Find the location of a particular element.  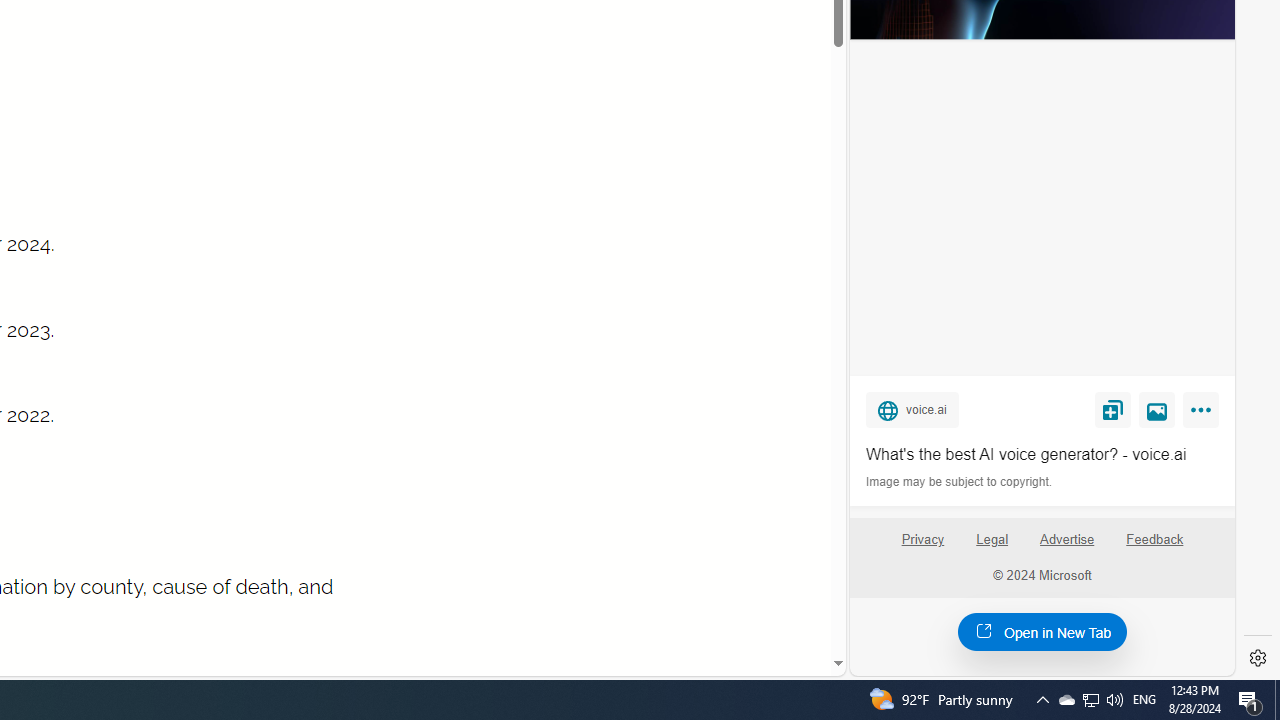

'Privacy' is located at coordinates (921, 547).